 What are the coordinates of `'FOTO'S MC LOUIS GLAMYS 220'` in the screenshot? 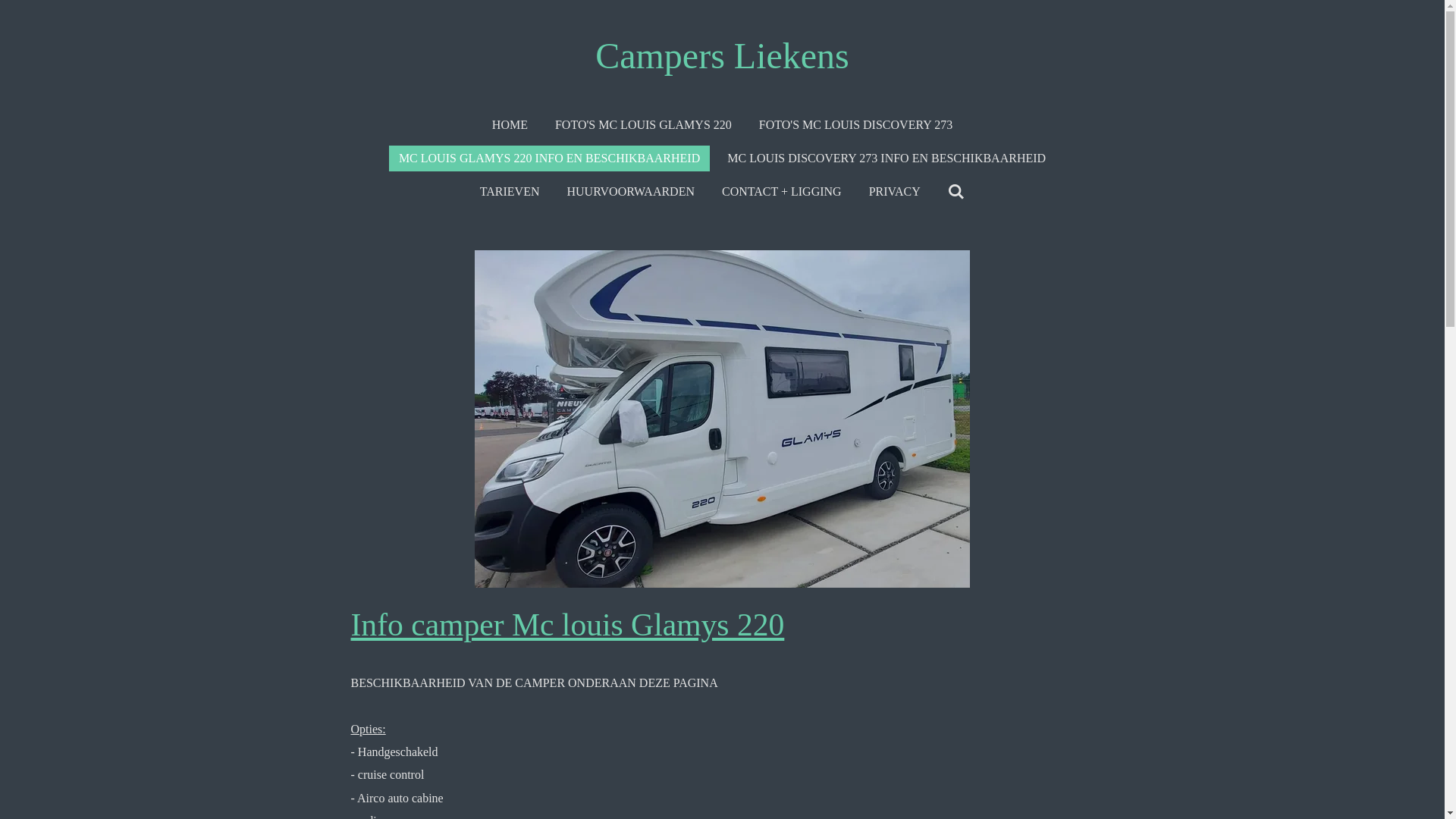 It's located at (643, 124).